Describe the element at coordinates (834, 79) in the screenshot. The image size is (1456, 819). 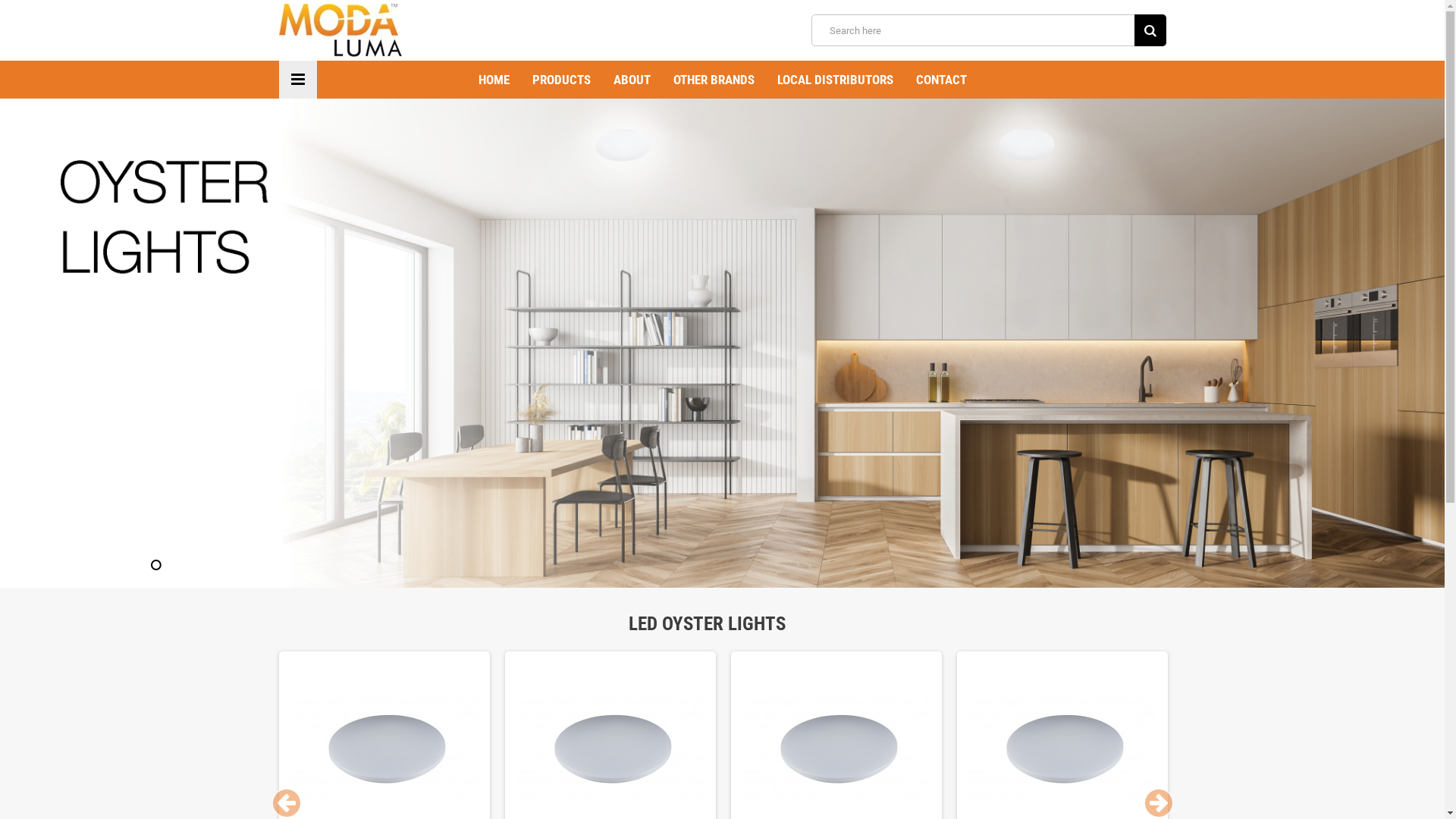
I see `'LOCAL DISTRIBUTORS'` at that location.